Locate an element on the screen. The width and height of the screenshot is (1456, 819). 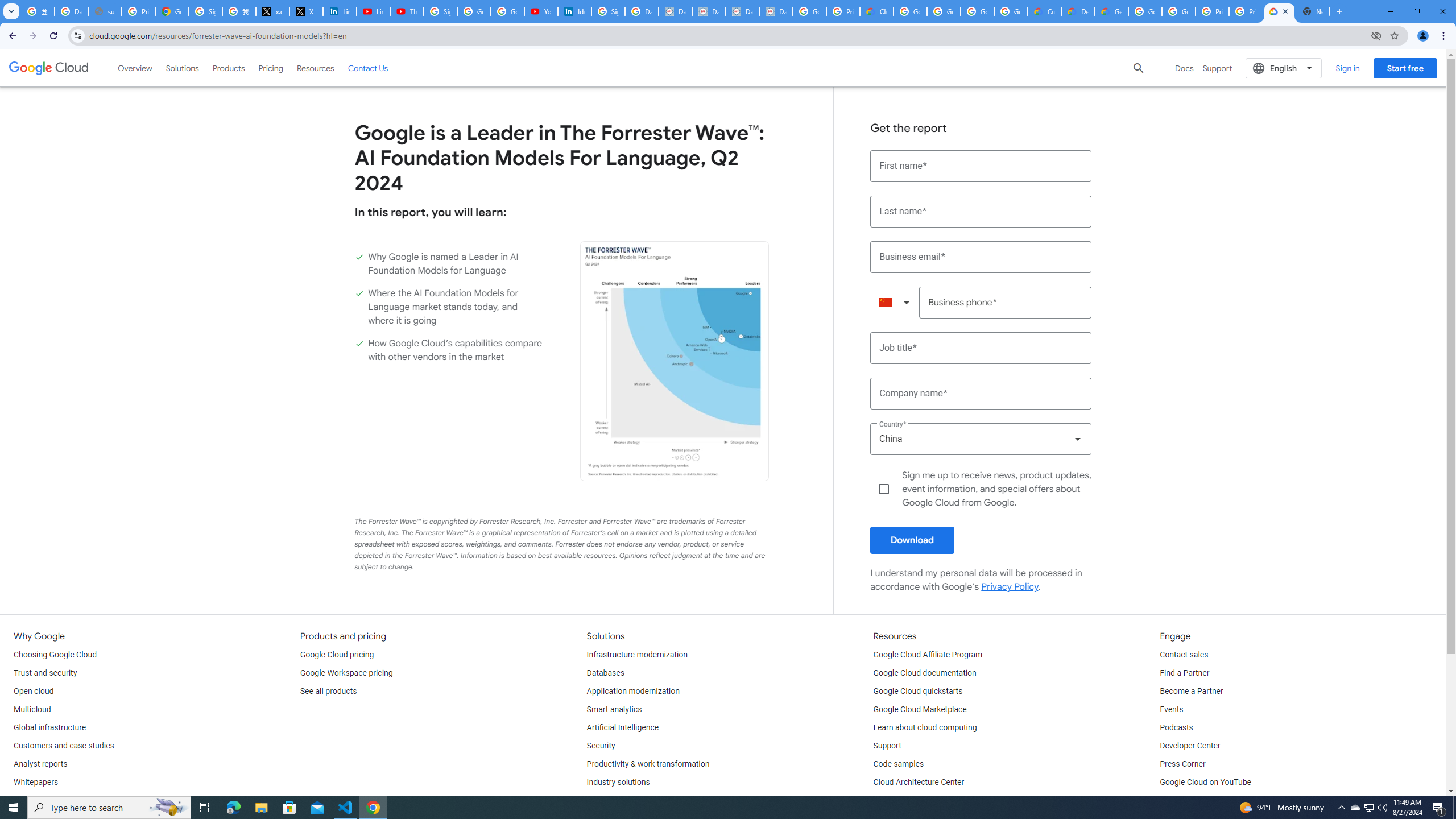
'Privacy Policy' is located at coordinates (1009, 586).